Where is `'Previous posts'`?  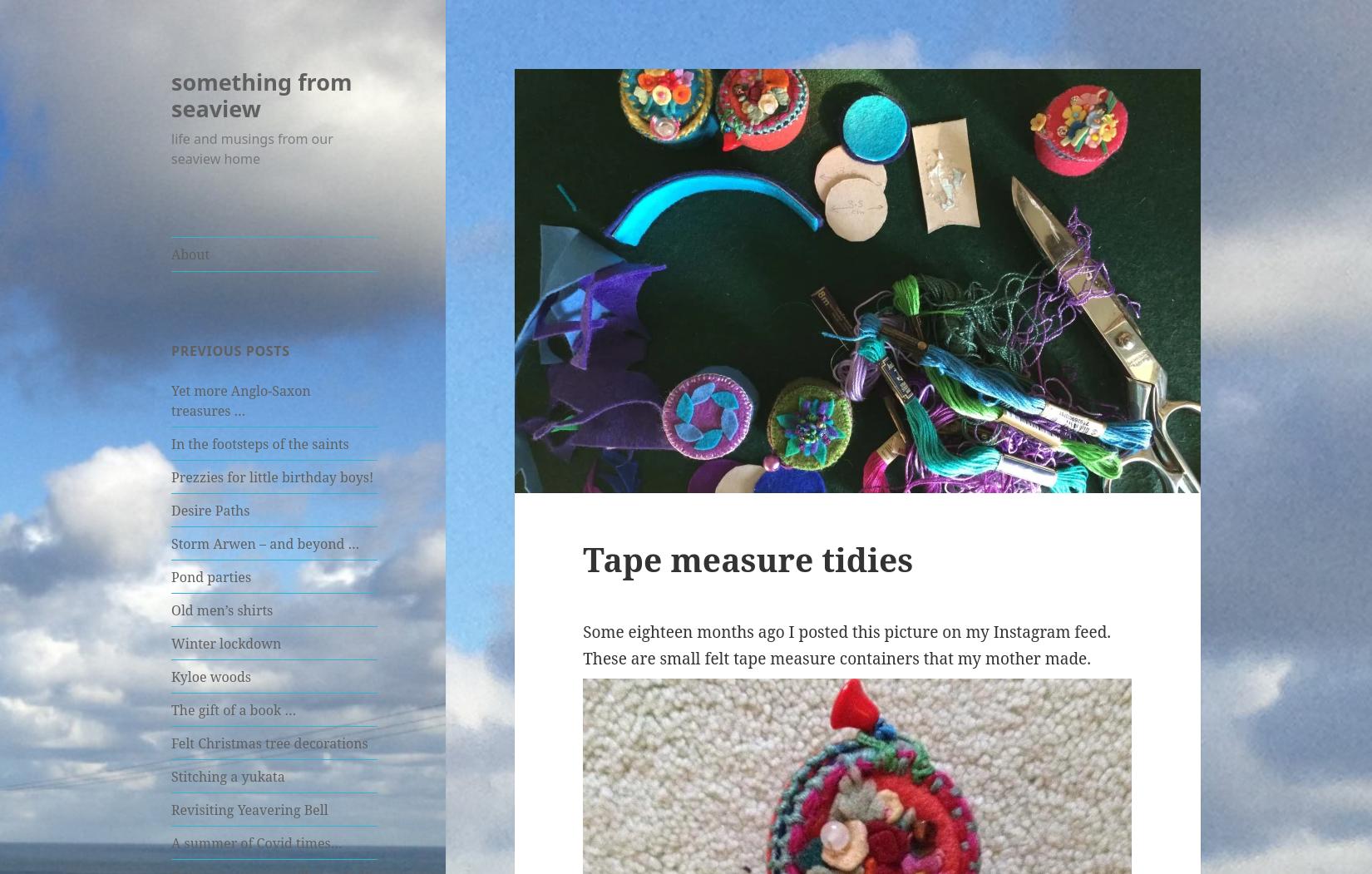 'Previous posts' is located at coordinates (230, 350).